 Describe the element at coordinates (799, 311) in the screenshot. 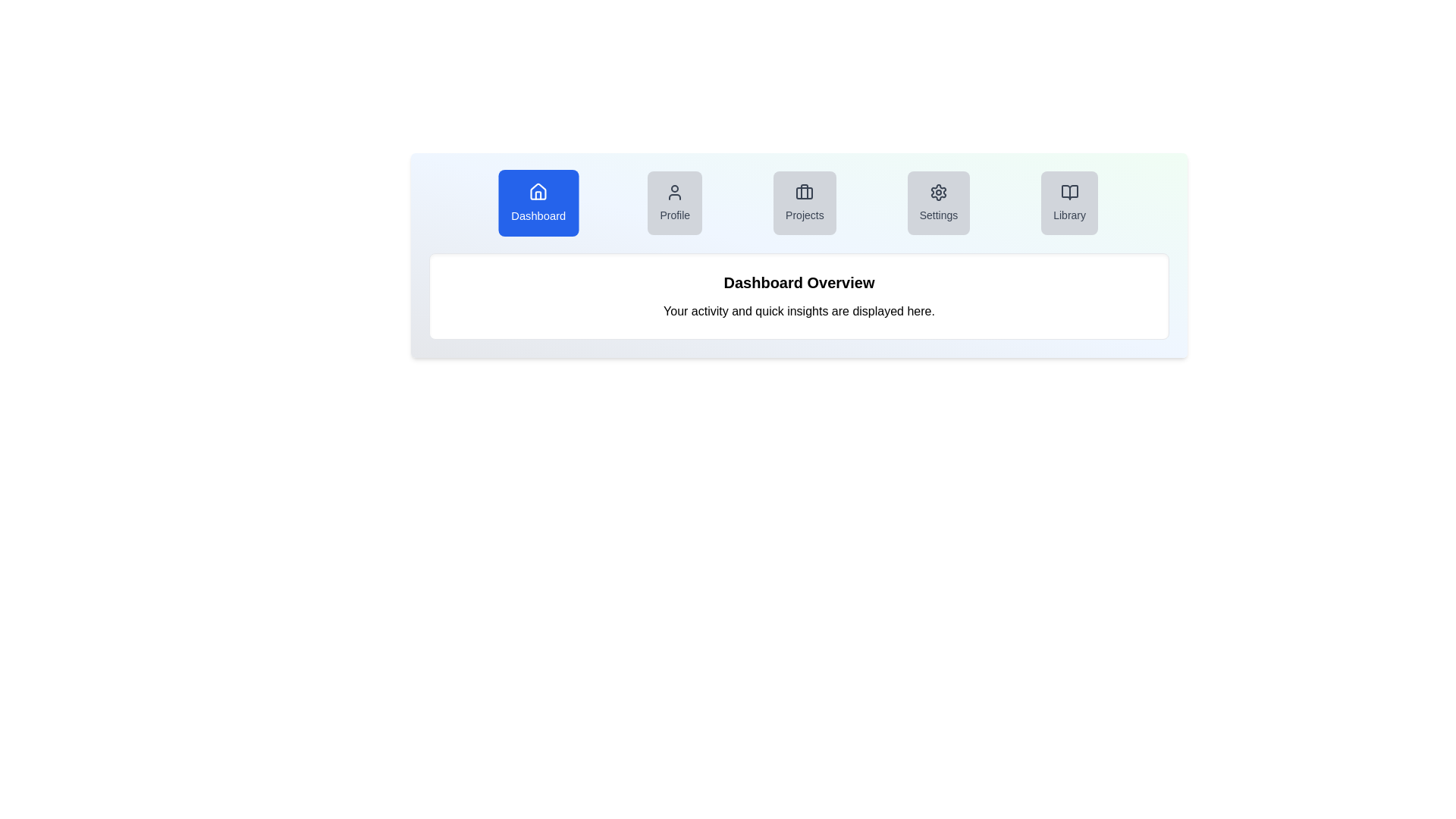

I see `the text label providing guidance below the 'Dashboard Overview' heading` at that location.